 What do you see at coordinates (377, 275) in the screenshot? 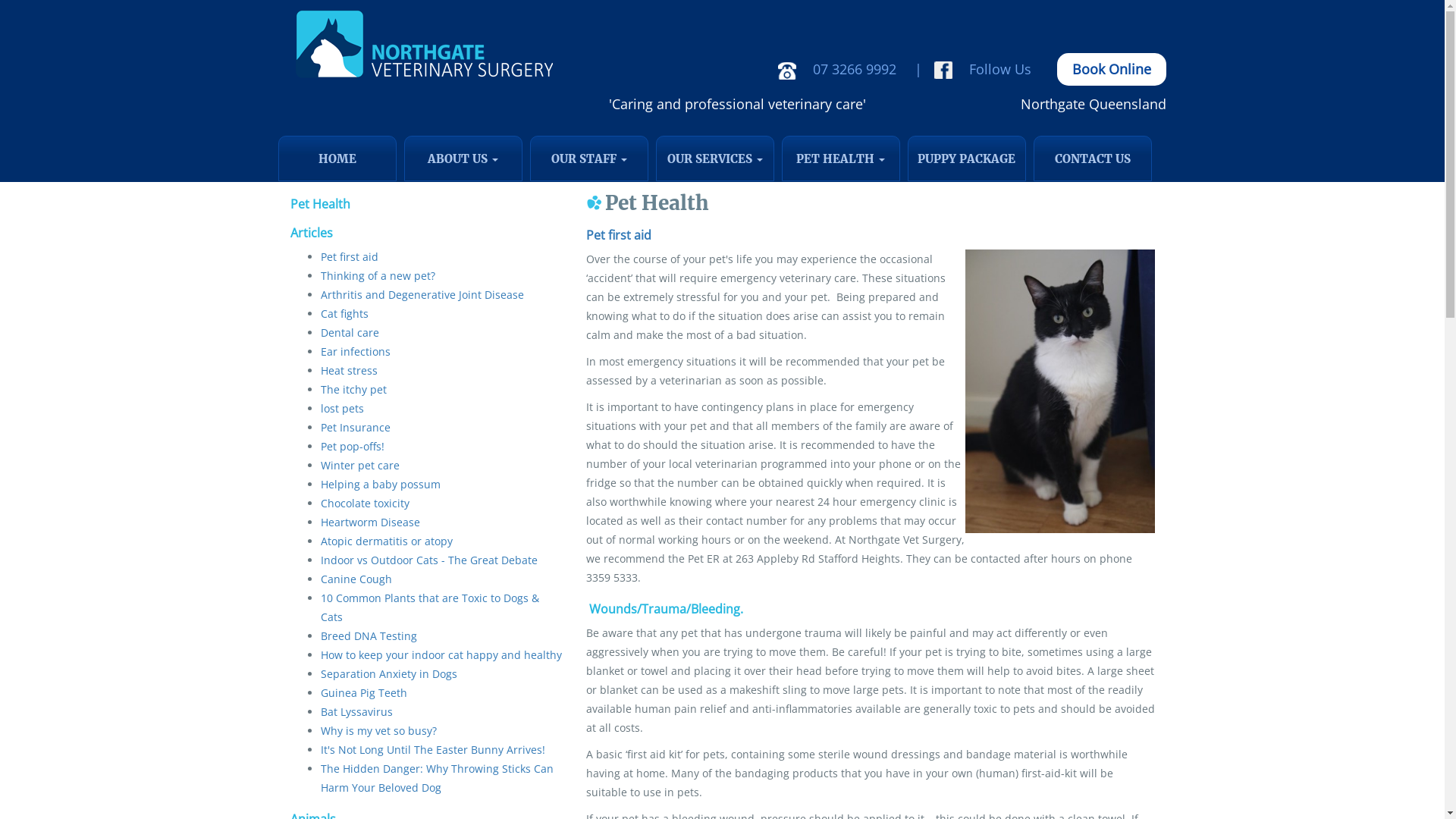
I see `'Thinking of a new pet?'` at bounding box center [377, 275].